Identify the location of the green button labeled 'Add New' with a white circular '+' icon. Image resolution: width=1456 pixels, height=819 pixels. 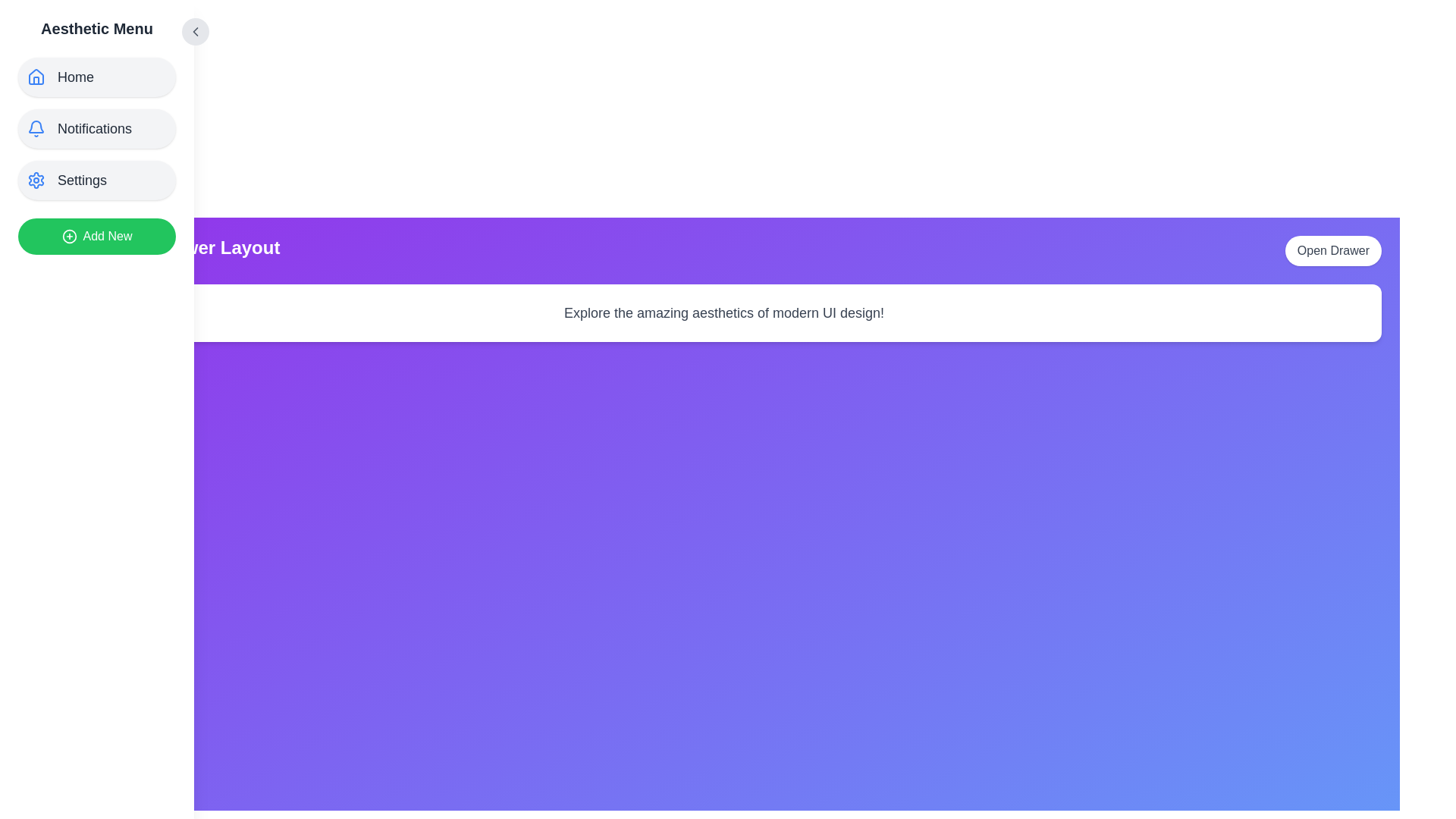
(96, 237).